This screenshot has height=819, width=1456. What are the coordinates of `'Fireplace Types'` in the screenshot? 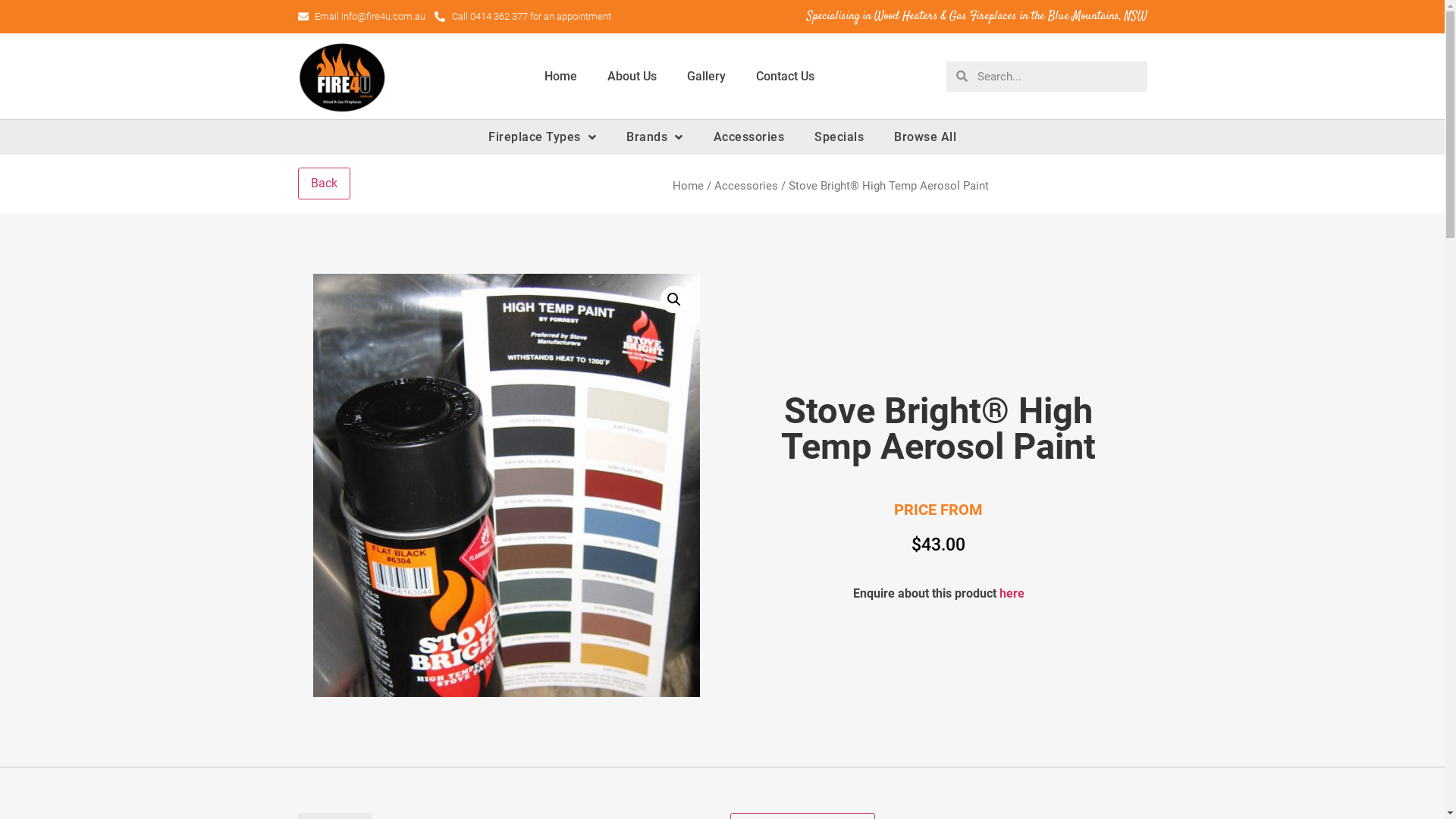 It's located at (542, 137).